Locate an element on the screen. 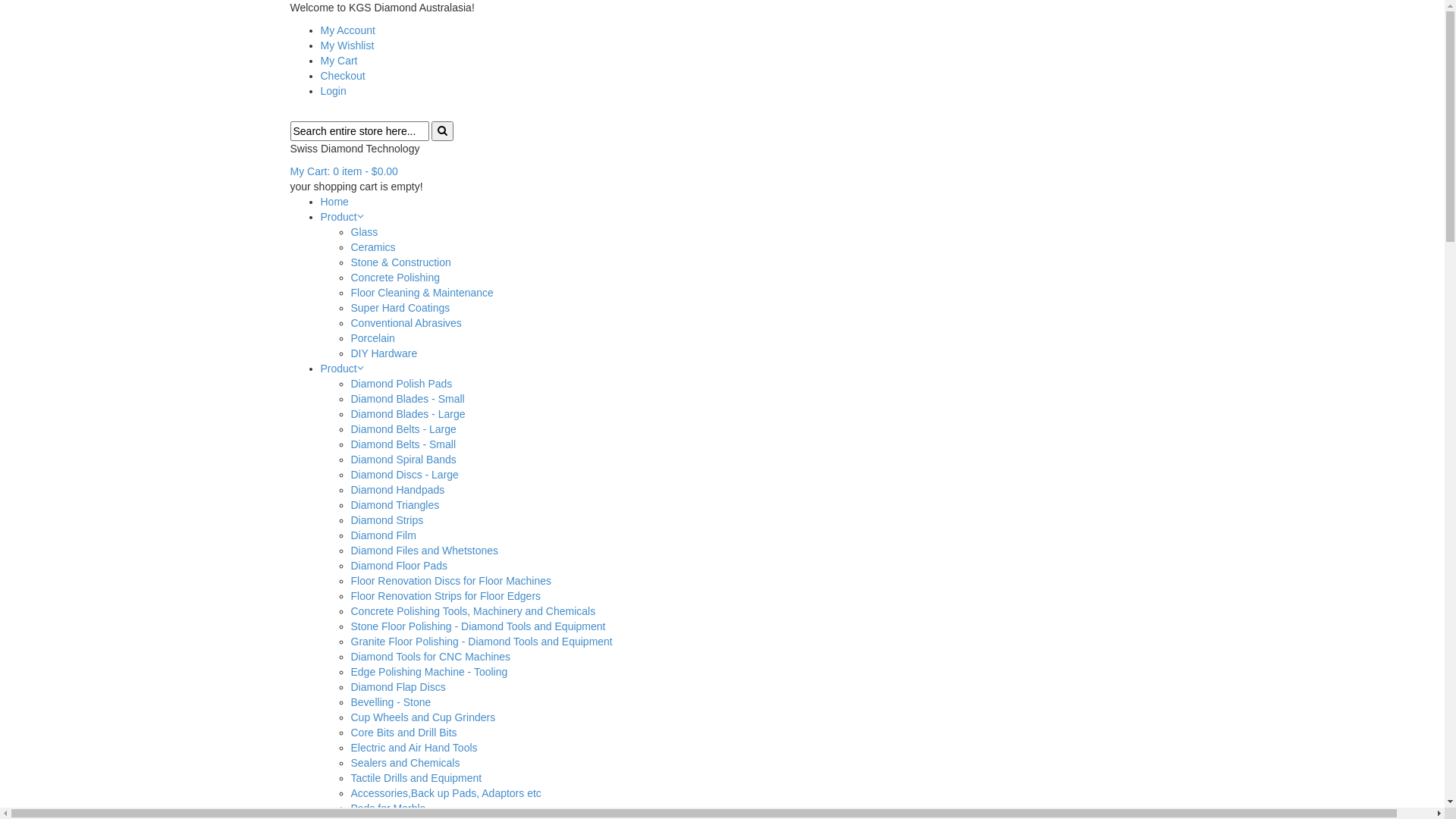 This screenshot has width=1456, height=819. 'My Cart' is located at coordinates (337, 60).